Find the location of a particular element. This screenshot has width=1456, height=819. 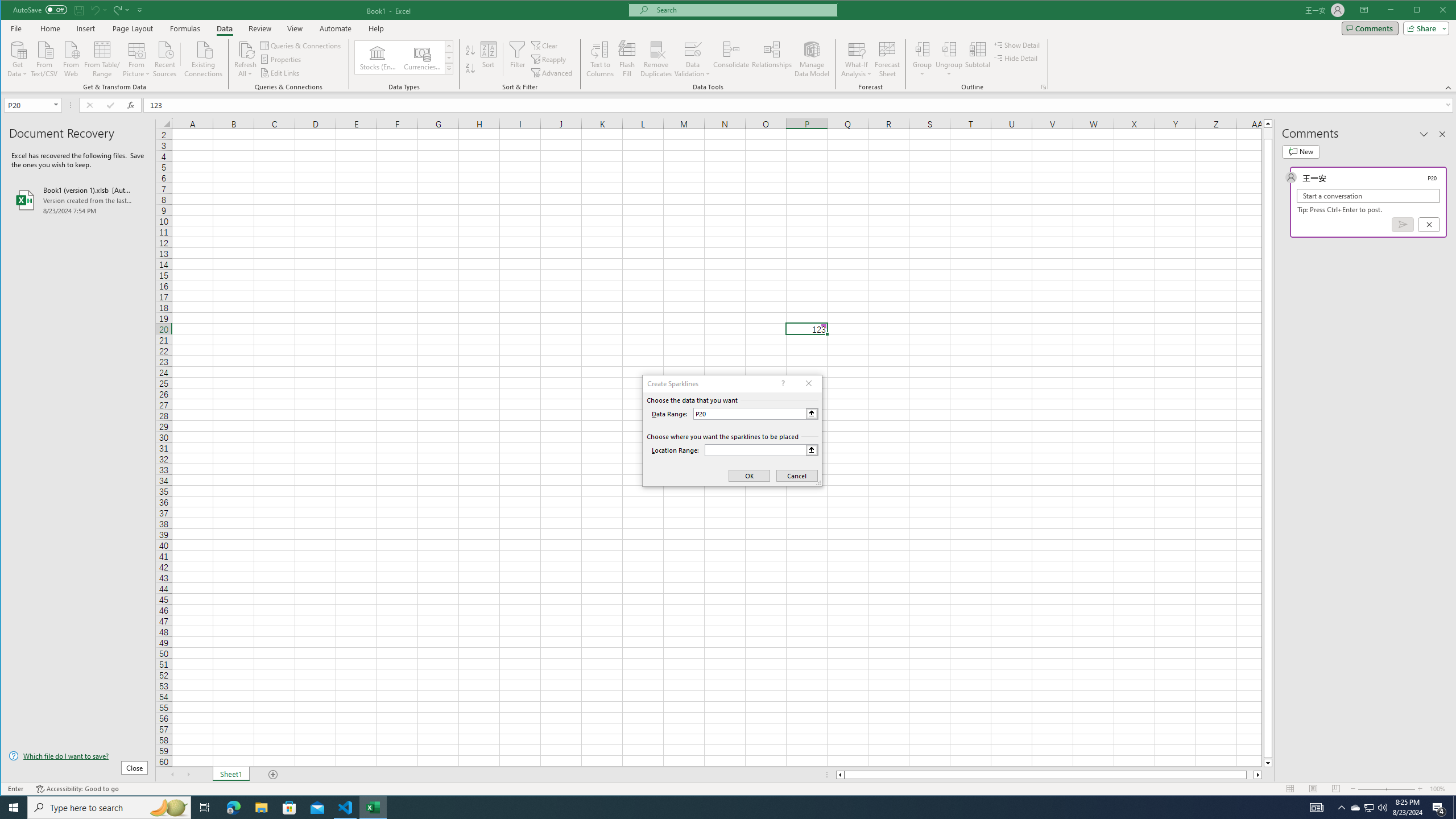

'Sort Smallest to Largest' is located at coordinates (470, 49).